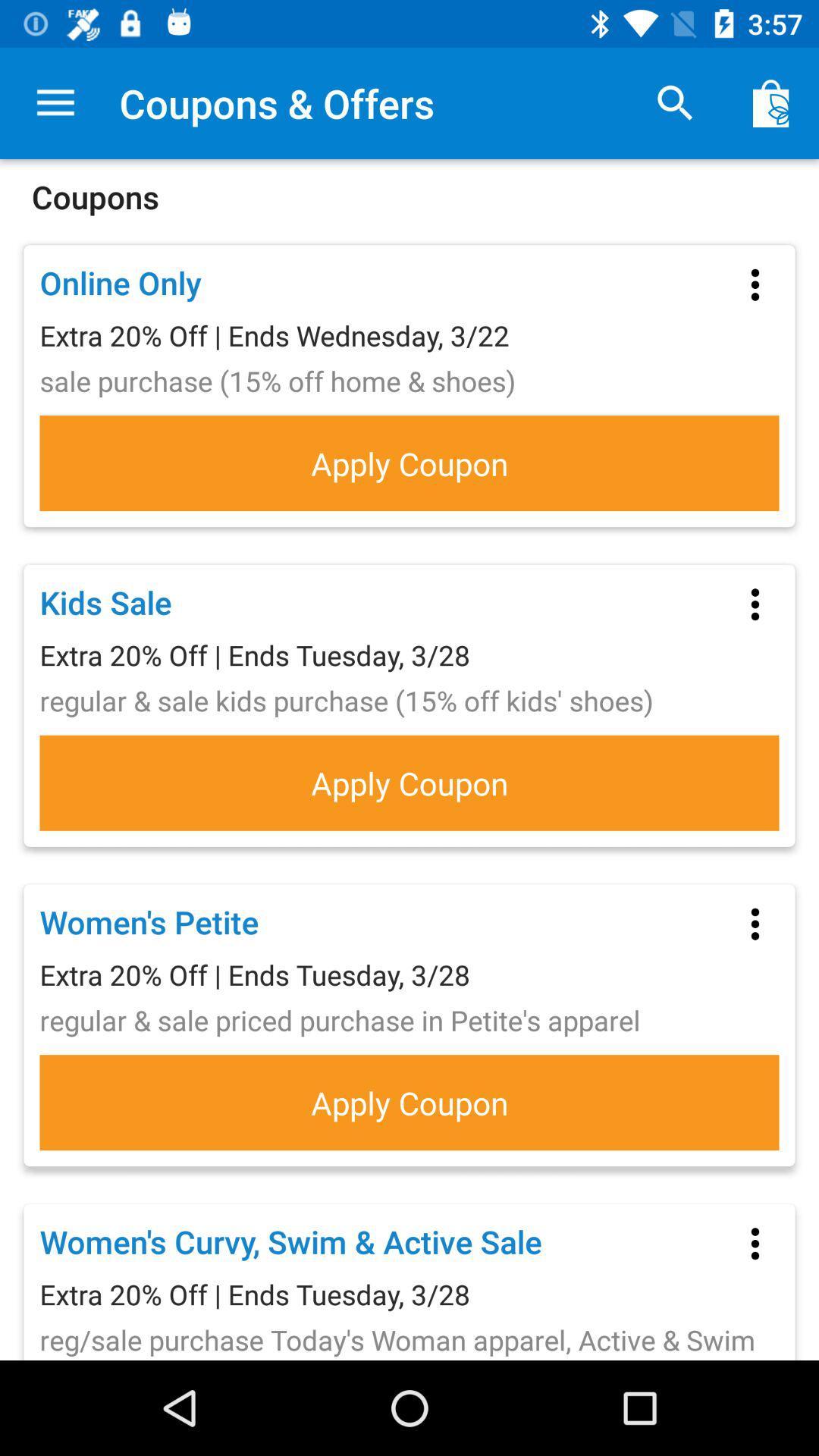 Image resolution: width=819 pixels, height=1456 pixels. I want to click on icon above the coupons icon, so click(771, 102).